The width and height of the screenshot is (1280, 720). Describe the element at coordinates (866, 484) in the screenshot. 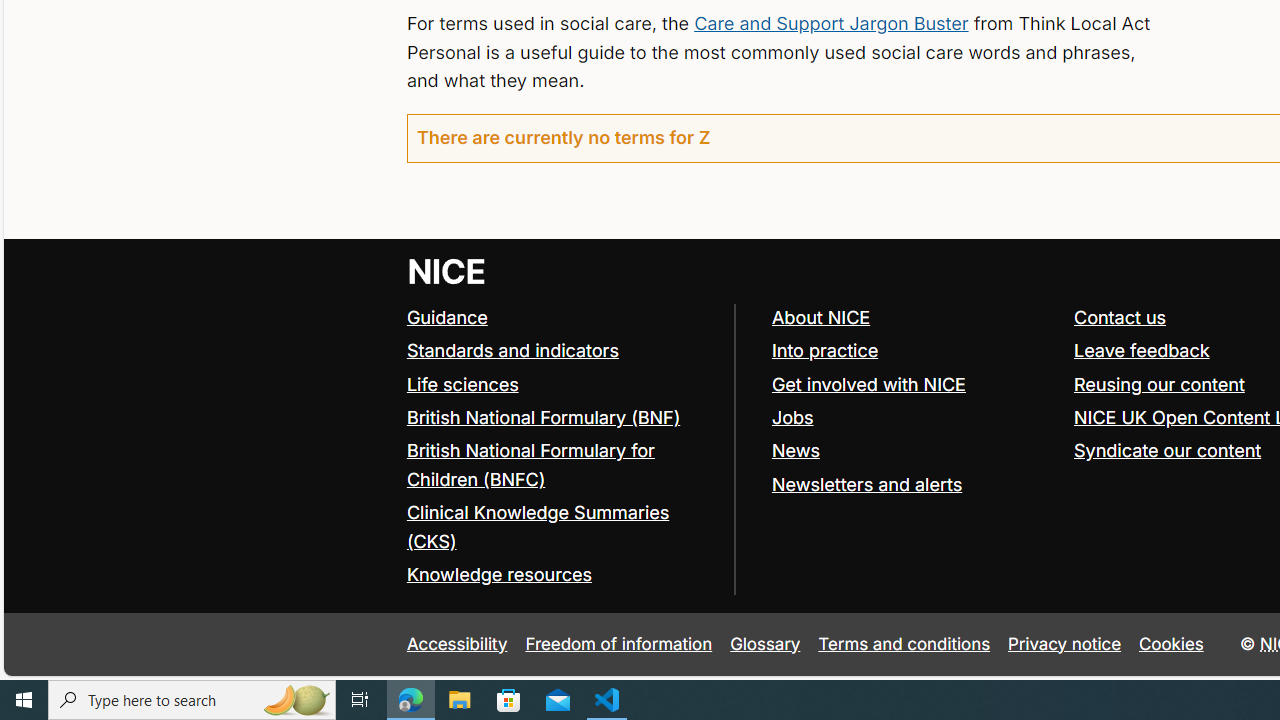

I see `'Newsletters and alerts'` at that location.